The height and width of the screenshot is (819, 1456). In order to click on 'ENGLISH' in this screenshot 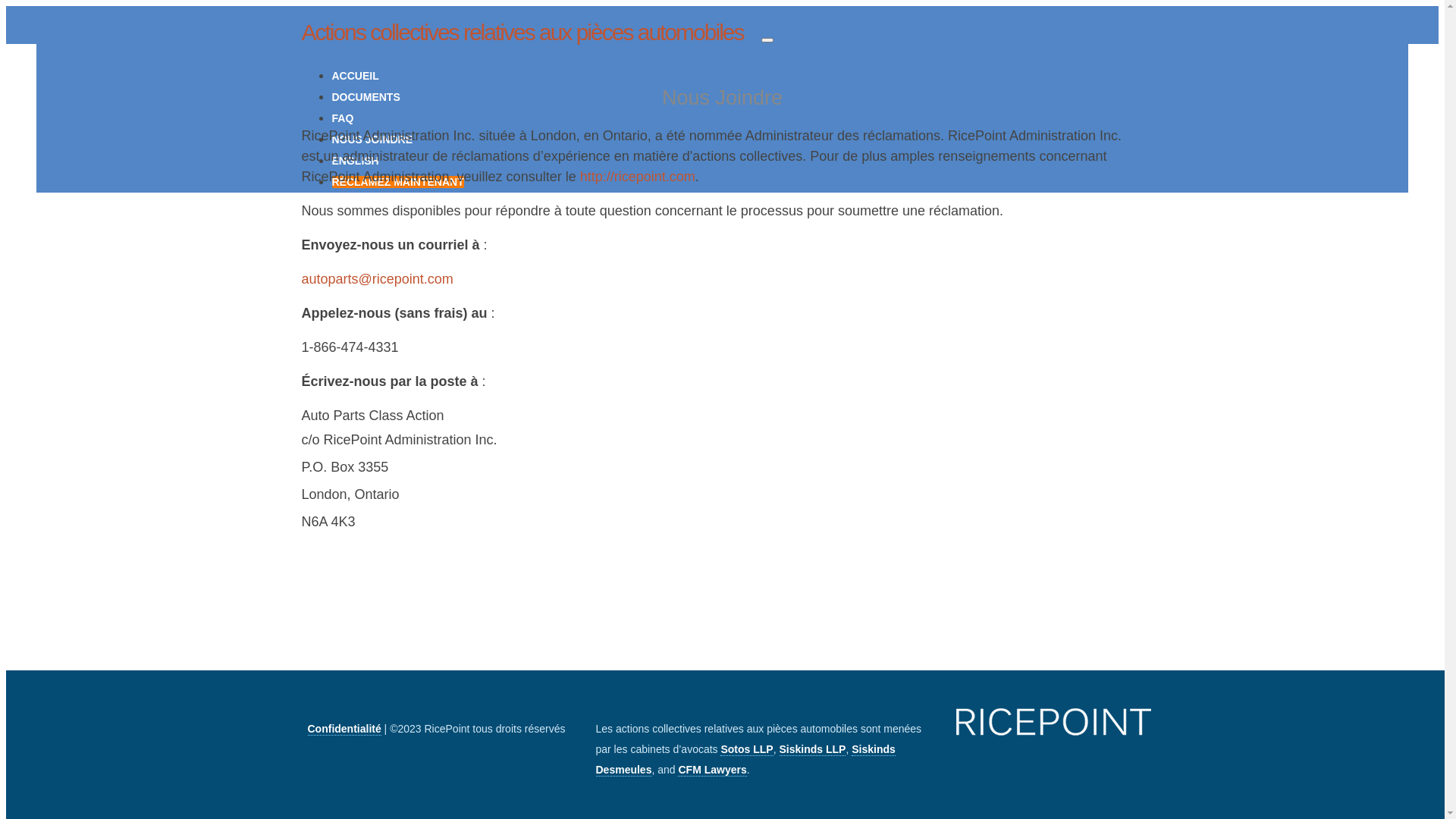, I will do `click(355, 161)`.